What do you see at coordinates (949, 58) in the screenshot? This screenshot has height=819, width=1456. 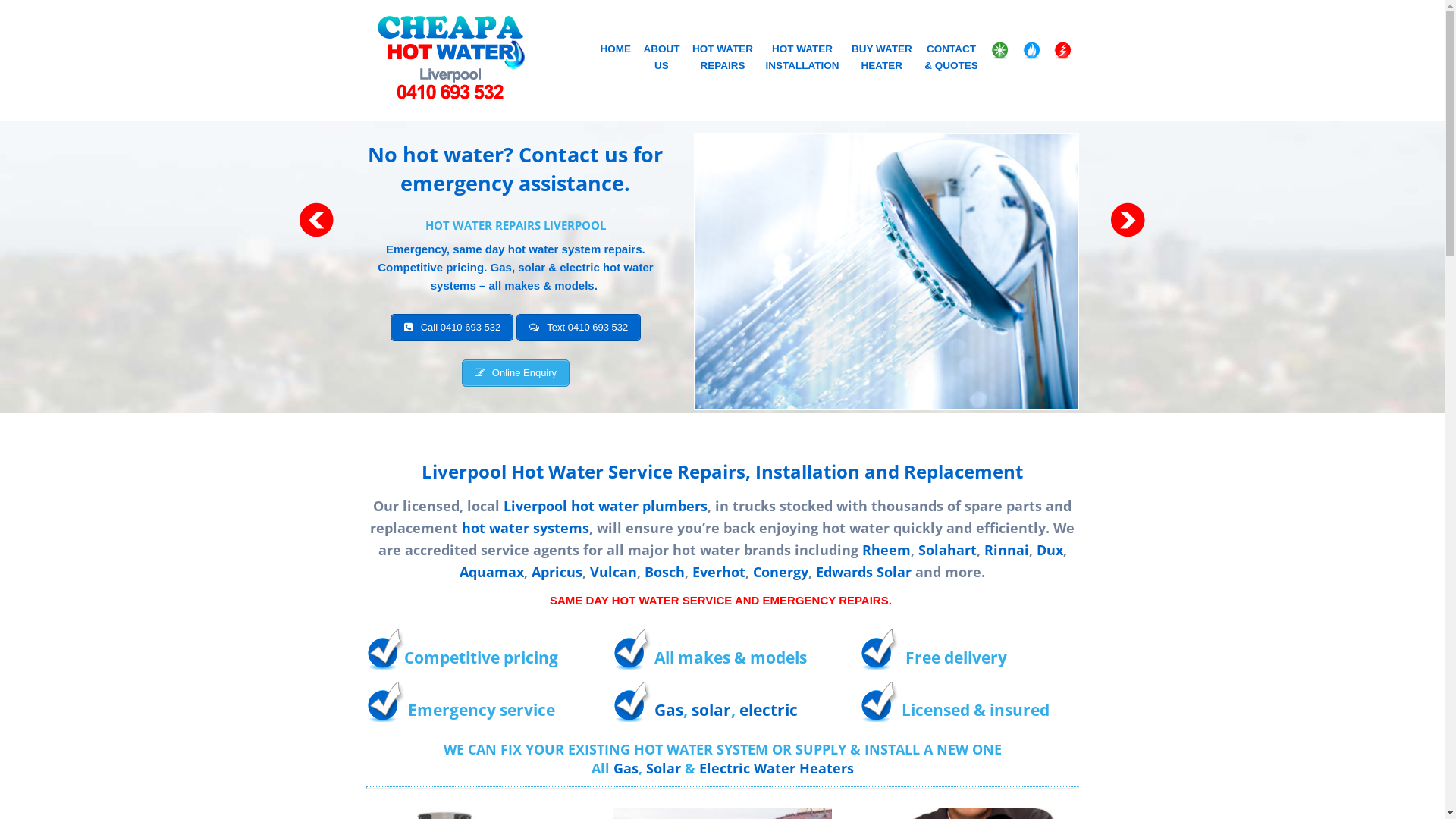 I see `'CONTACT` at bounding box center [949, 58].